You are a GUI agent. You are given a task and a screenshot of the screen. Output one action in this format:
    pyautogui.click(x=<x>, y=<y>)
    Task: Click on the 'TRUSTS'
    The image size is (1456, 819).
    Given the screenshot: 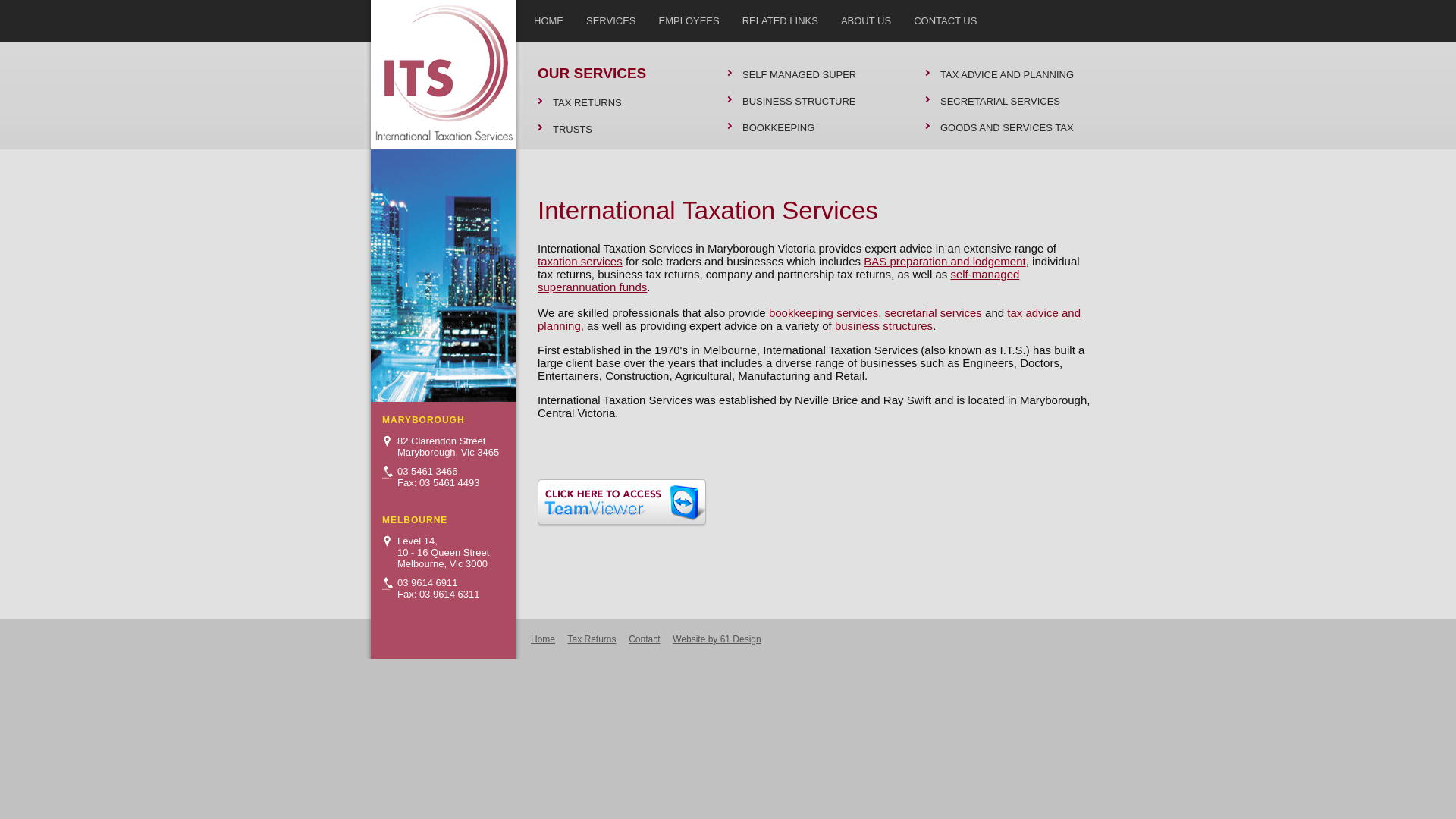 What is the action you would take?
    pyautogui.click(x=621, y=128)
    